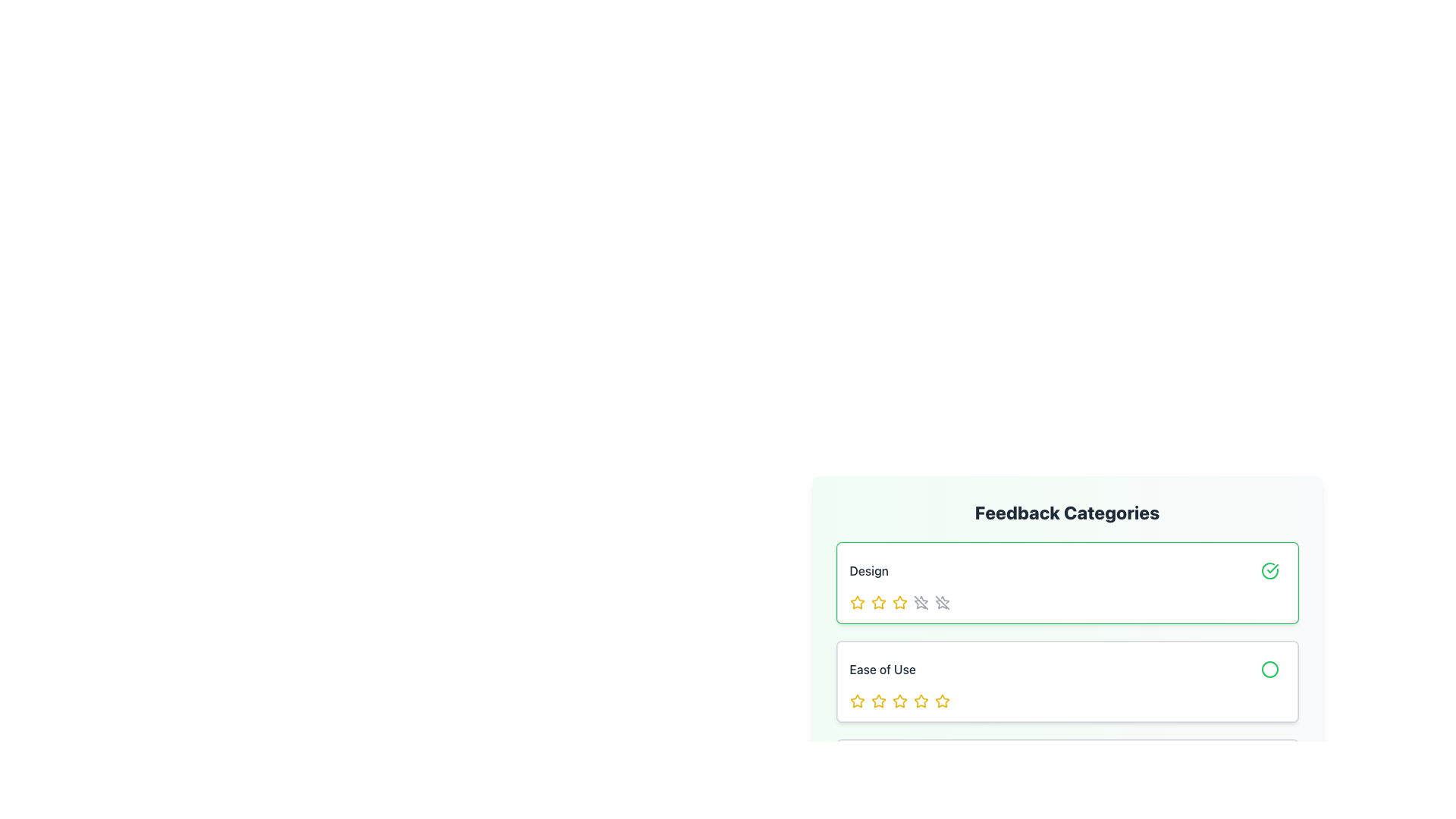 The height and width of the screenshot is (819, 1456). I want to click on the second star icon in the 'Ease of Use' section to rate it, so click(899, 701).